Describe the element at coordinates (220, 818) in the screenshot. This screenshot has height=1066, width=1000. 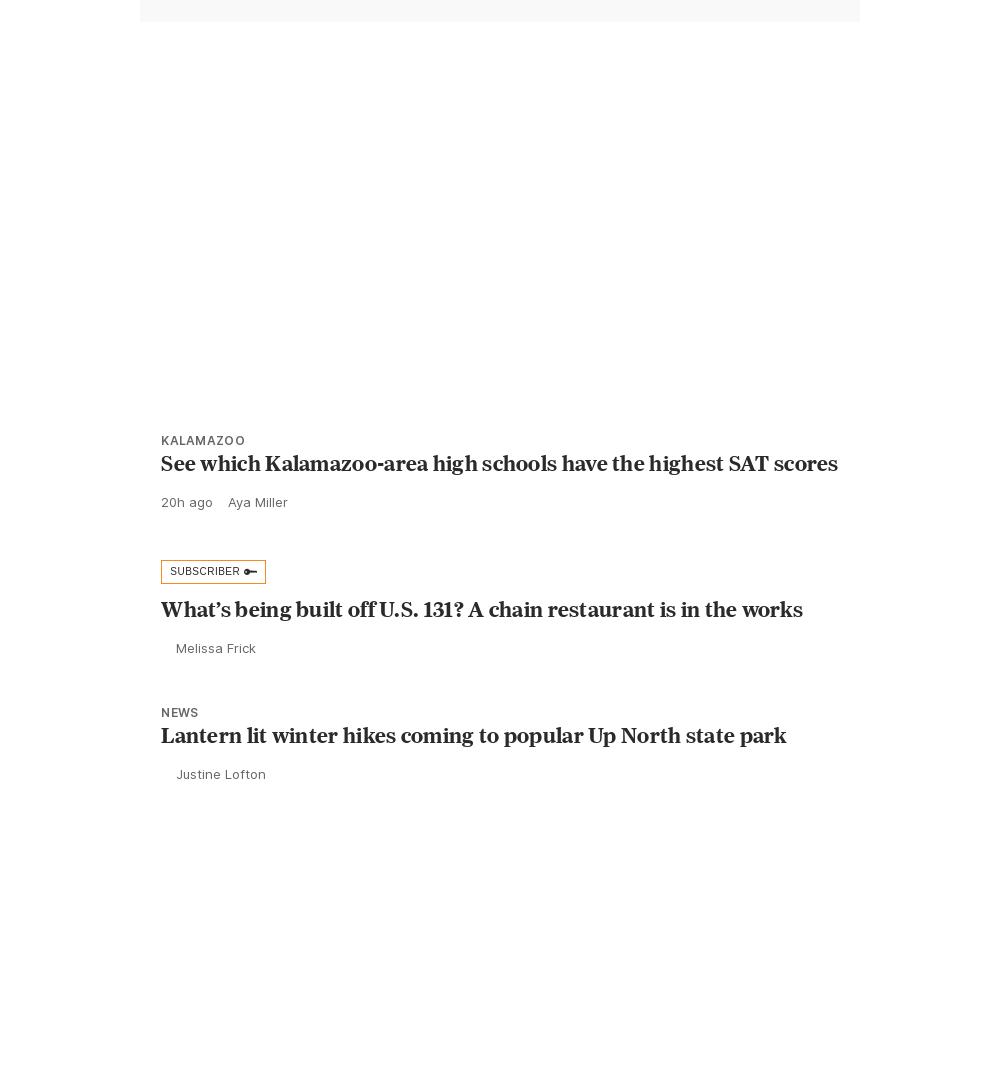
I see `'Justine Lofton'` at that location.